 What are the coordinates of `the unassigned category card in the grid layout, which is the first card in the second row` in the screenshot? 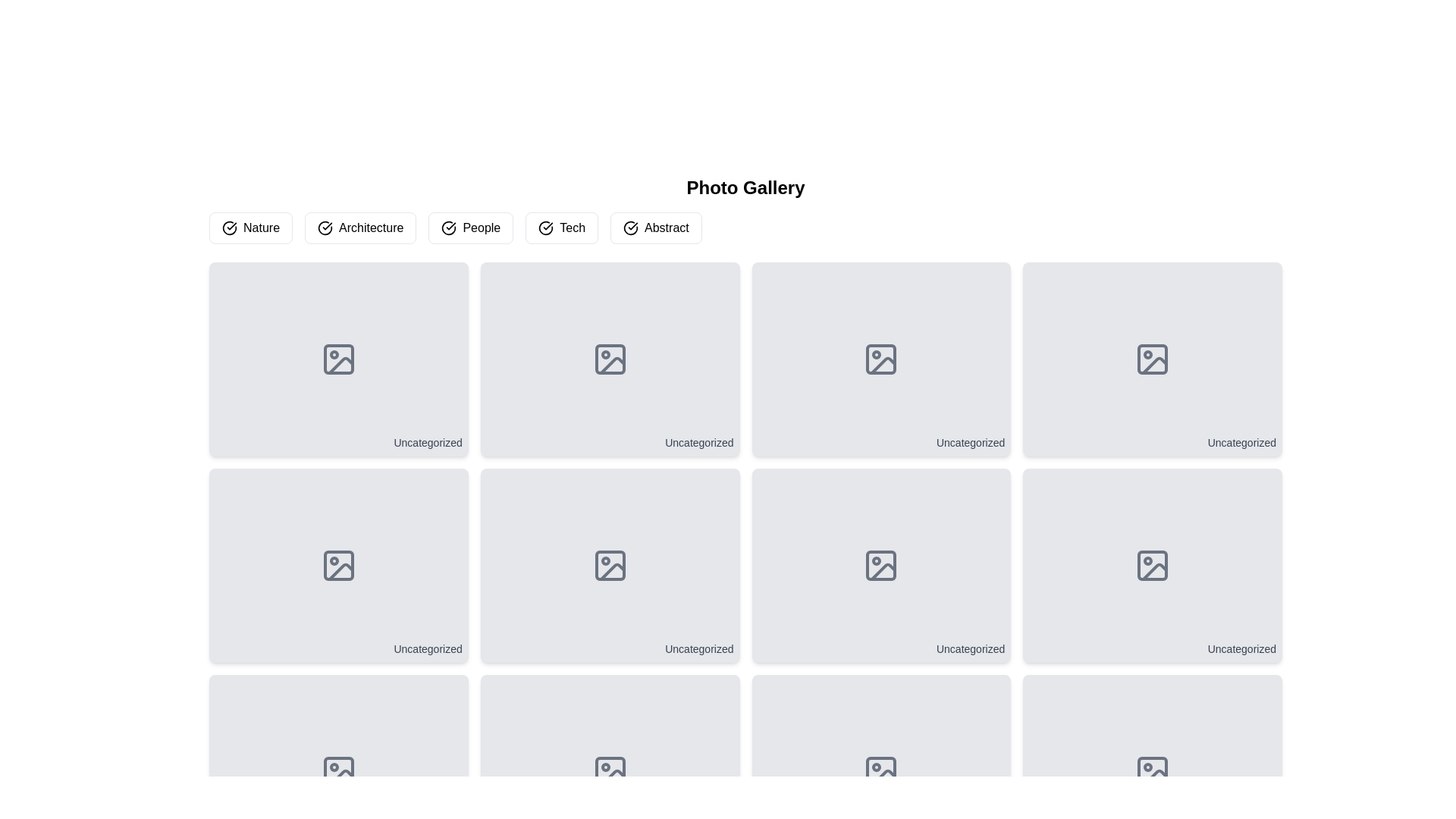 It's located at (337, 565).